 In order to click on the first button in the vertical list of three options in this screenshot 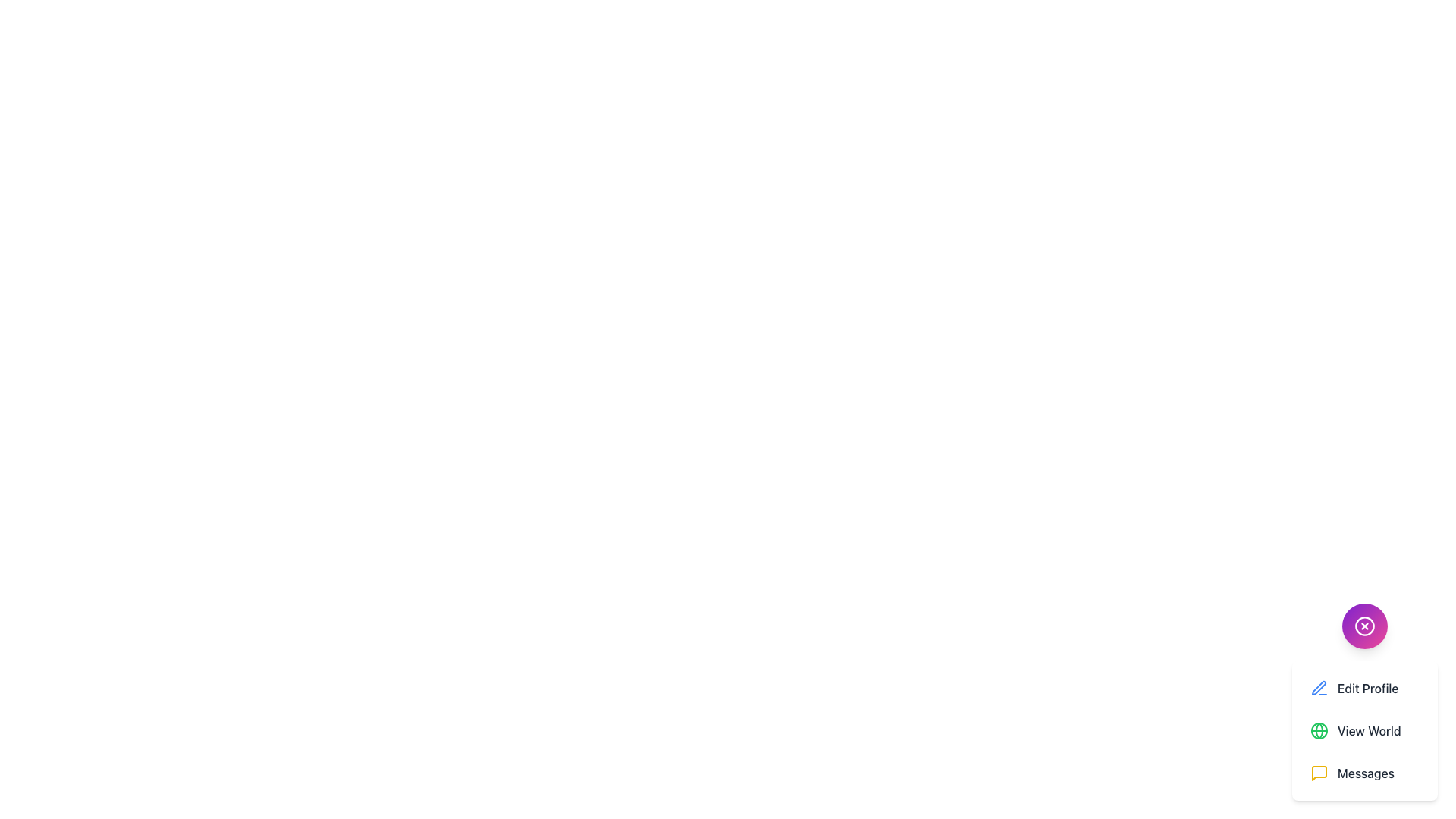, I will do `click(1365, 688)`.